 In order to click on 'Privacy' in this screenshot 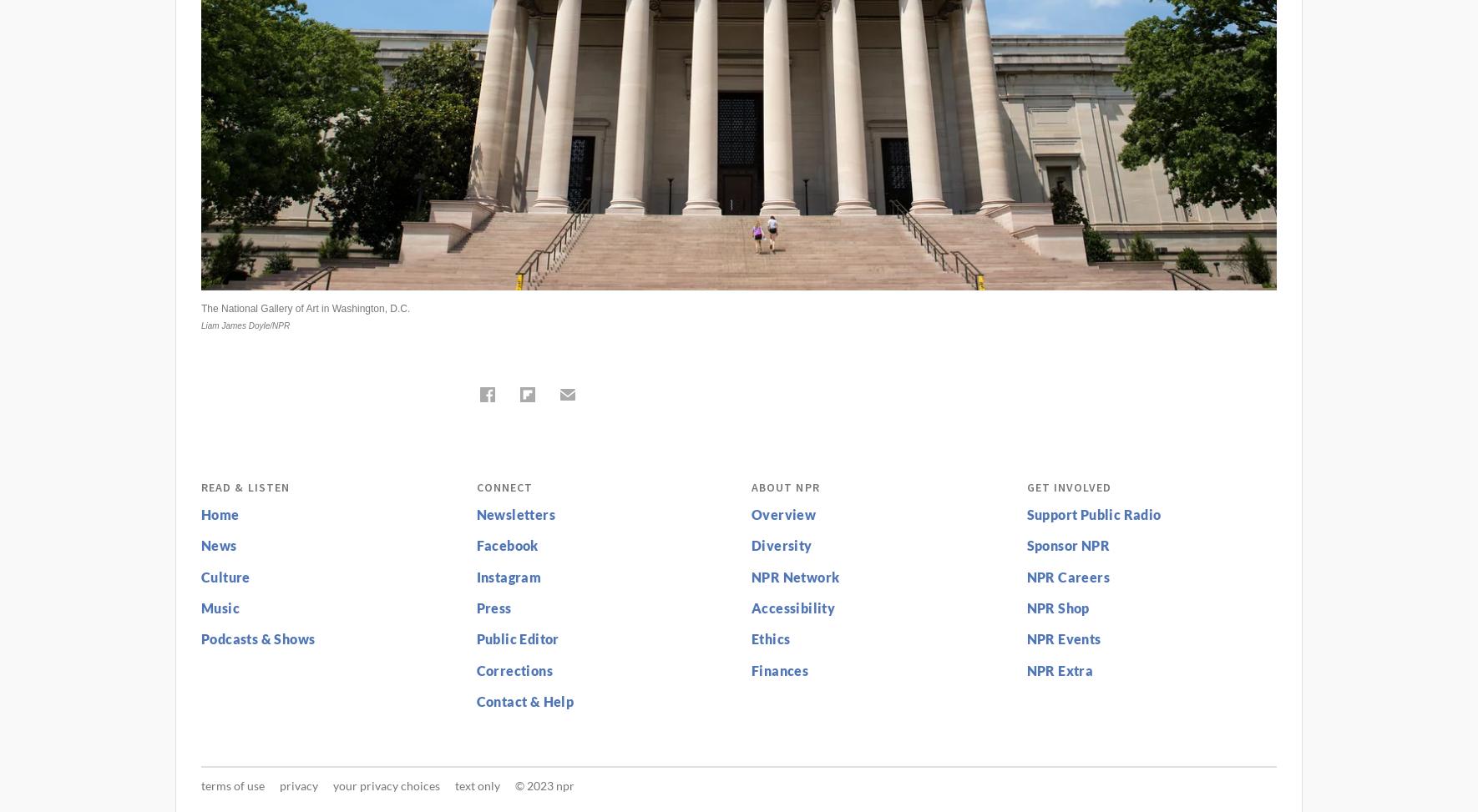, I will do `click(298, 784)`.